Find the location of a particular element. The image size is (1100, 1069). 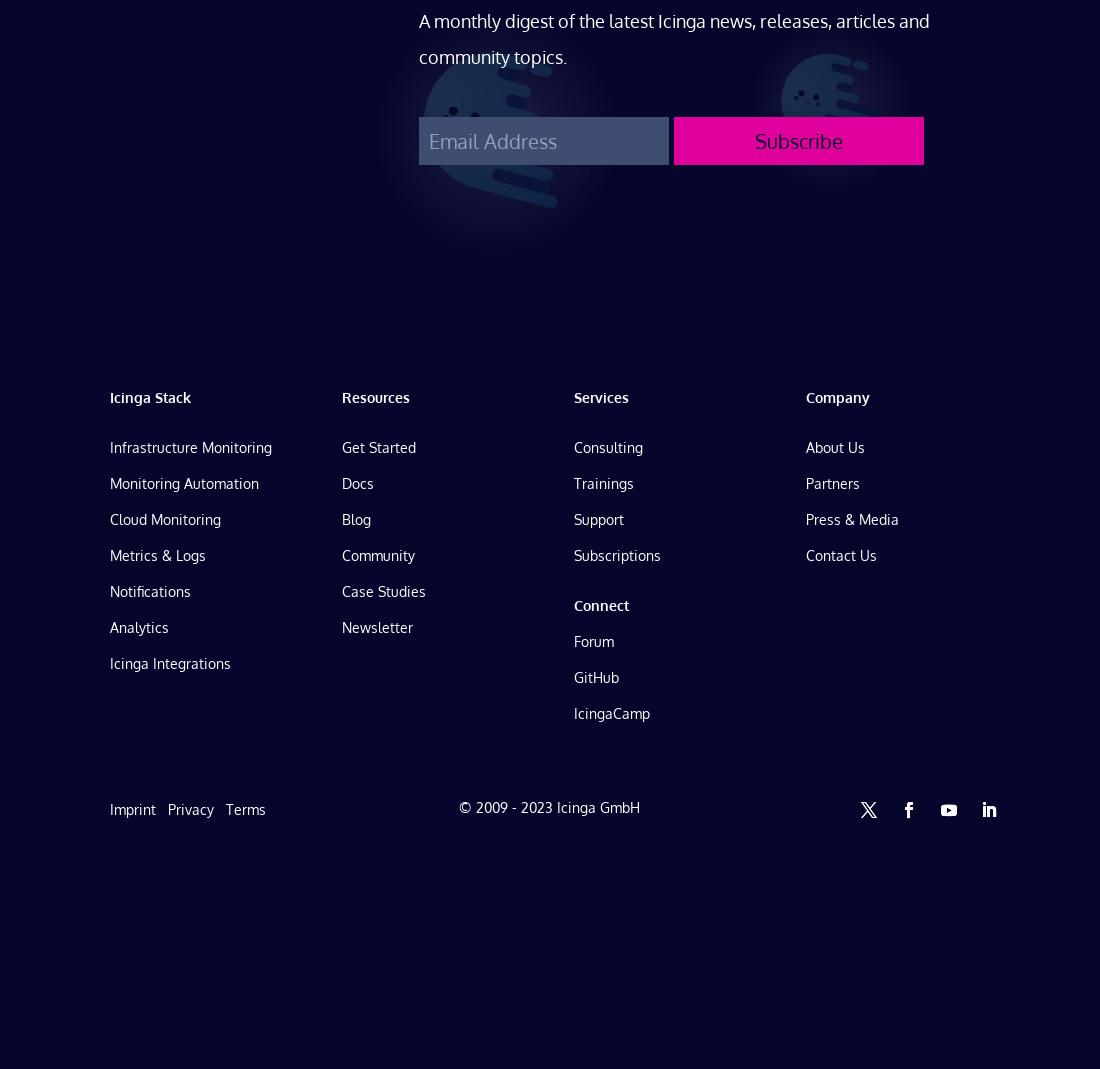

'A monthly digest of the latest Icinga news, releases, articles and community topics.' is located at coordinates (674, 36).